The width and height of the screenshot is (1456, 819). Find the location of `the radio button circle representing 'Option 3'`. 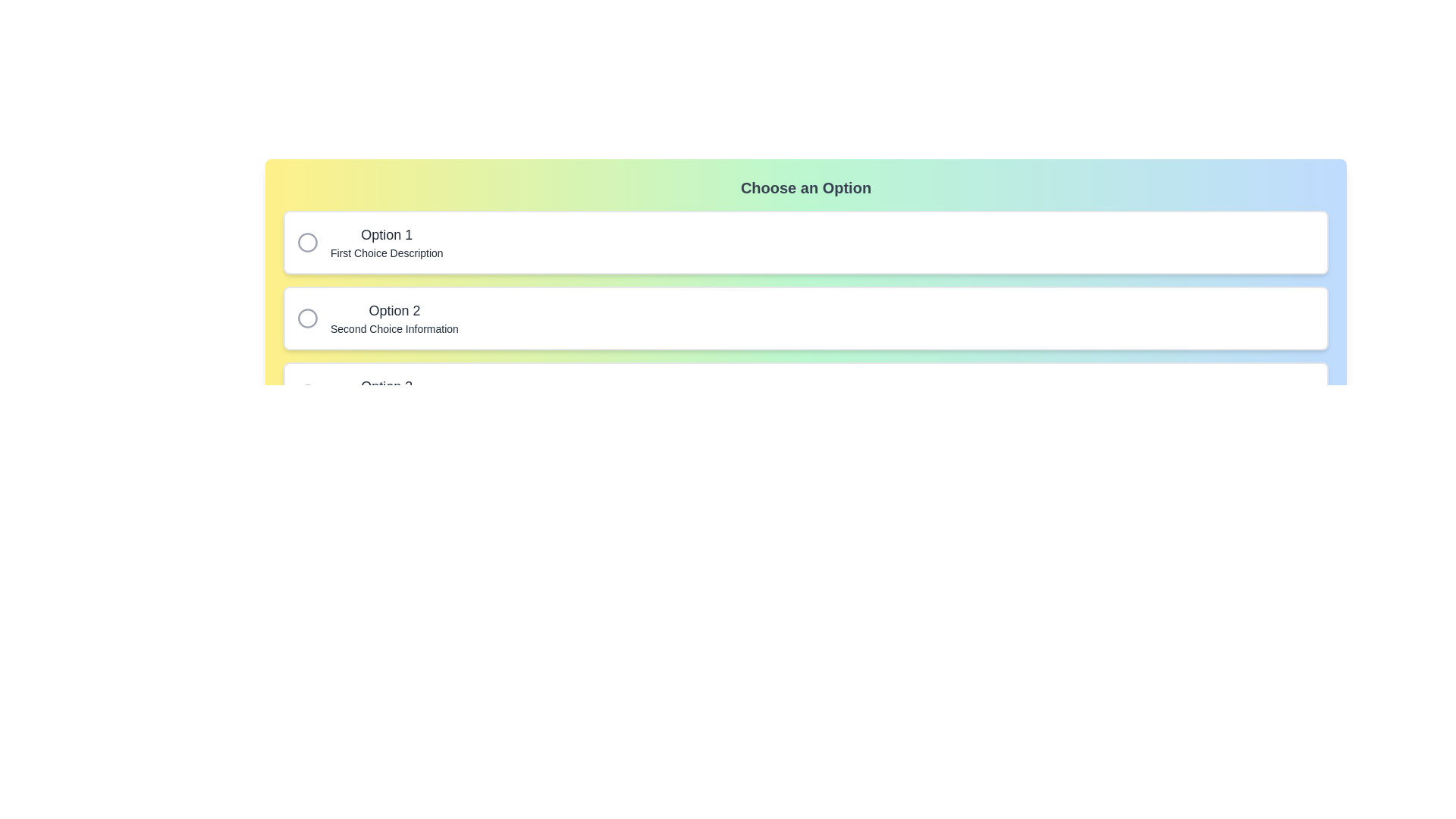

the radio button circle representing 'Option 3' is located at coordinates (307, 394).